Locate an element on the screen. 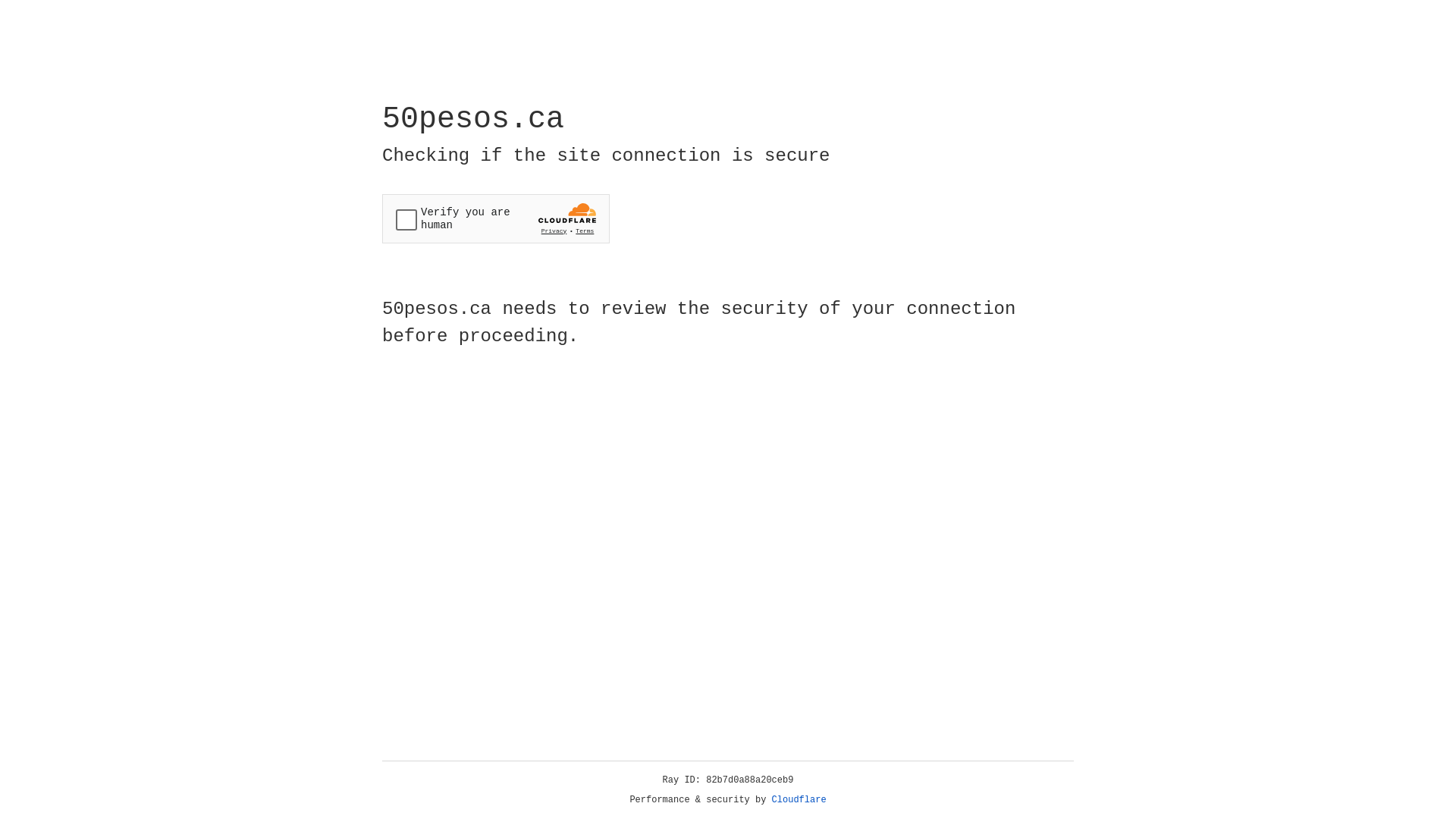  'Cloudflare' is located at coordinates (799, 799).